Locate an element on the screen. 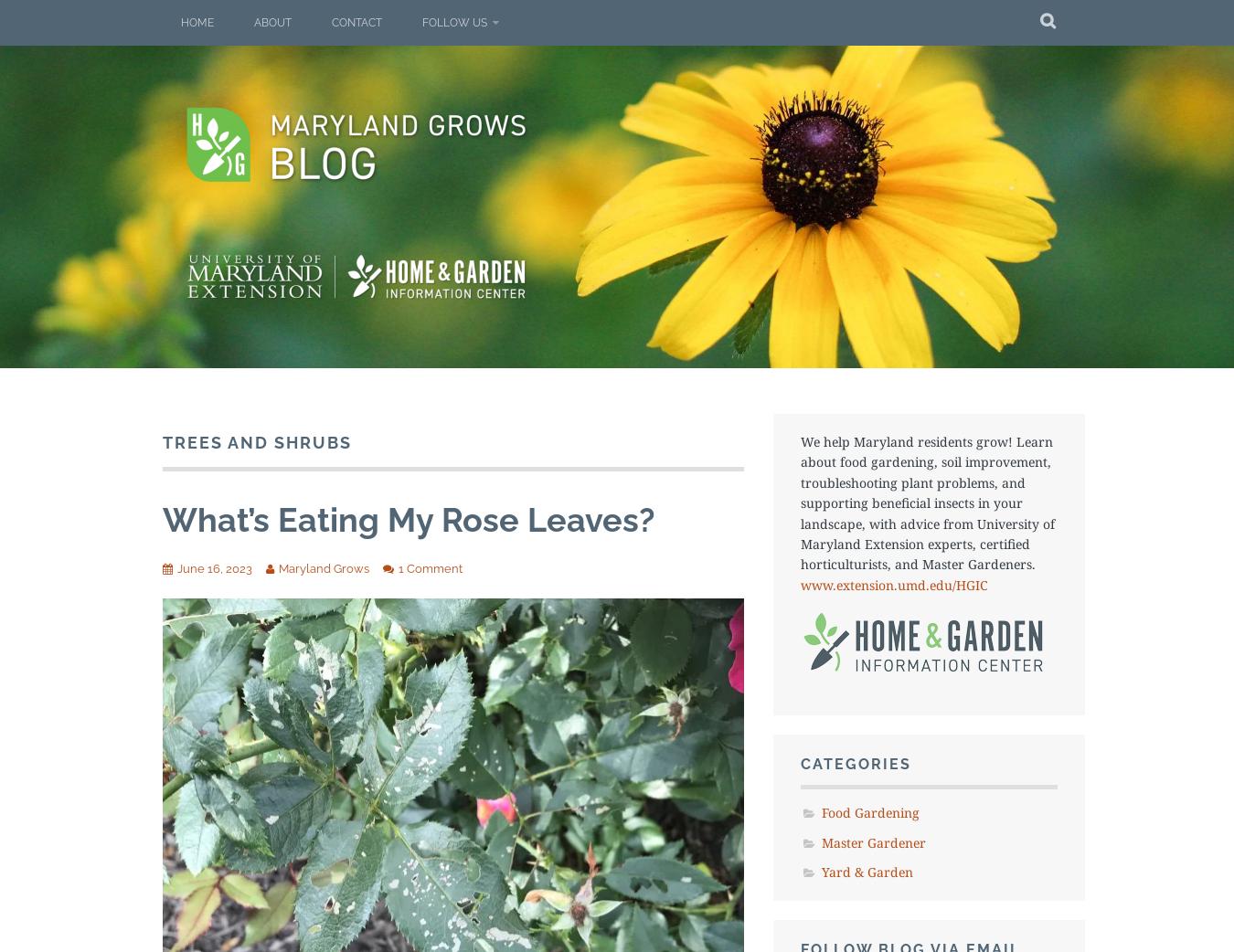 The width and height of the screenshot is (1234, 952). 'June 16, 2023' is located at coordinates (214, 568).